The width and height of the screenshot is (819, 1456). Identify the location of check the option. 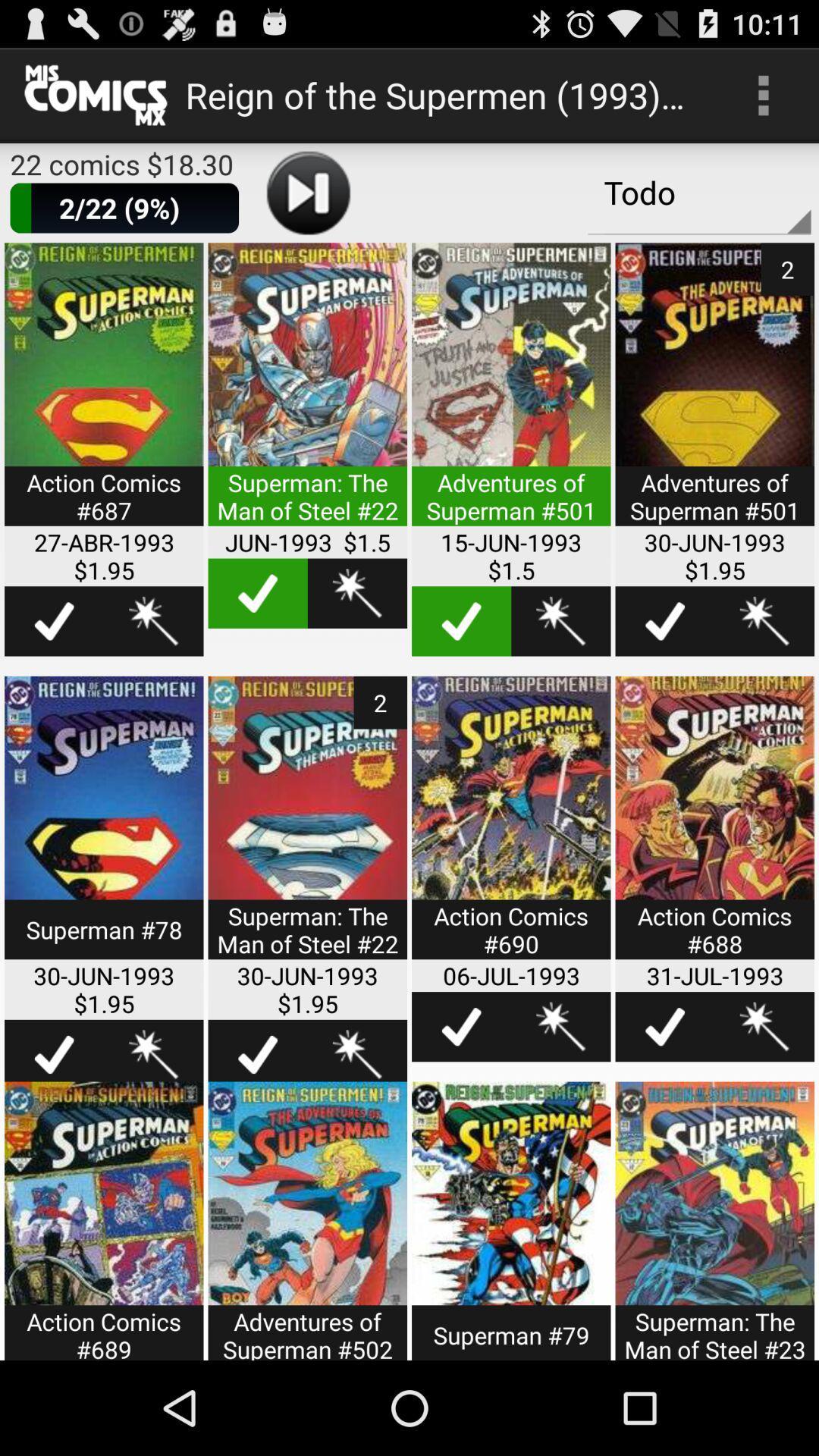
(257, 592).